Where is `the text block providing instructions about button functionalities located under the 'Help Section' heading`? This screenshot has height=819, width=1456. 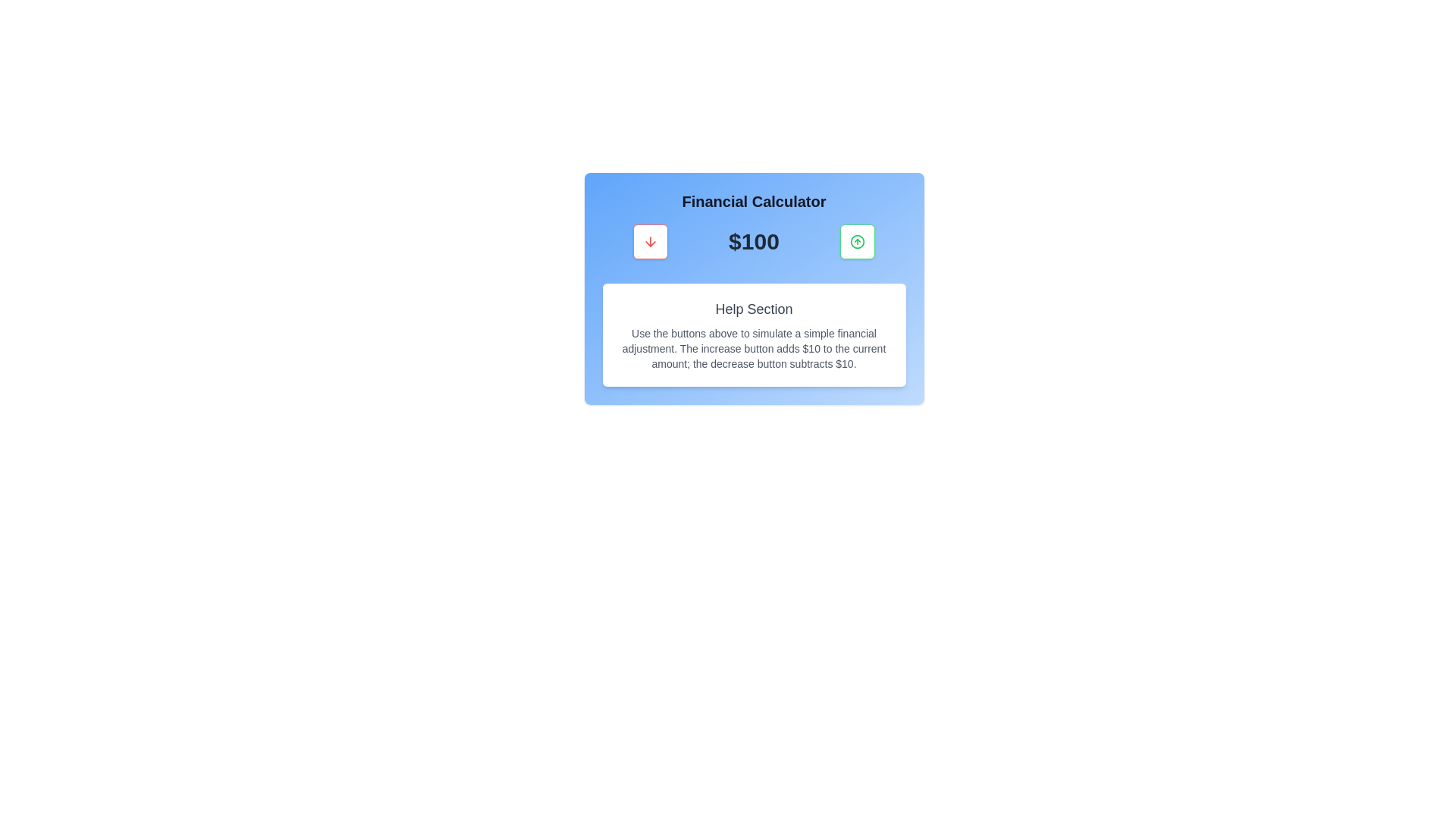 the text block providing instructions about button functionalities located under the 'Help Section' heading is located at coordinates (754, 348).